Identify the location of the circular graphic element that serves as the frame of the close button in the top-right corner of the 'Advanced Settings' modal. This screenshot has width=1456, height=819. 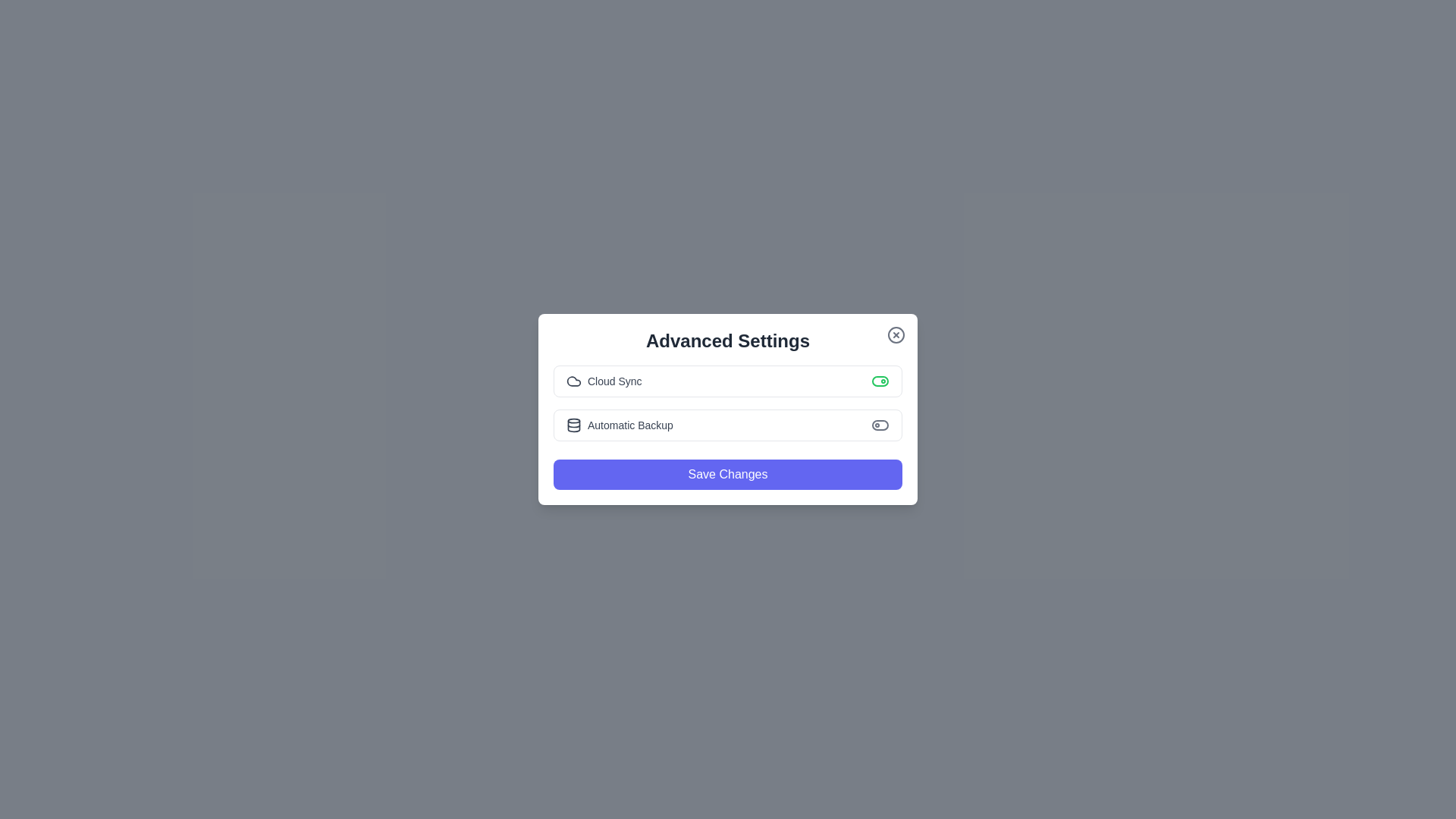
(896, 334).